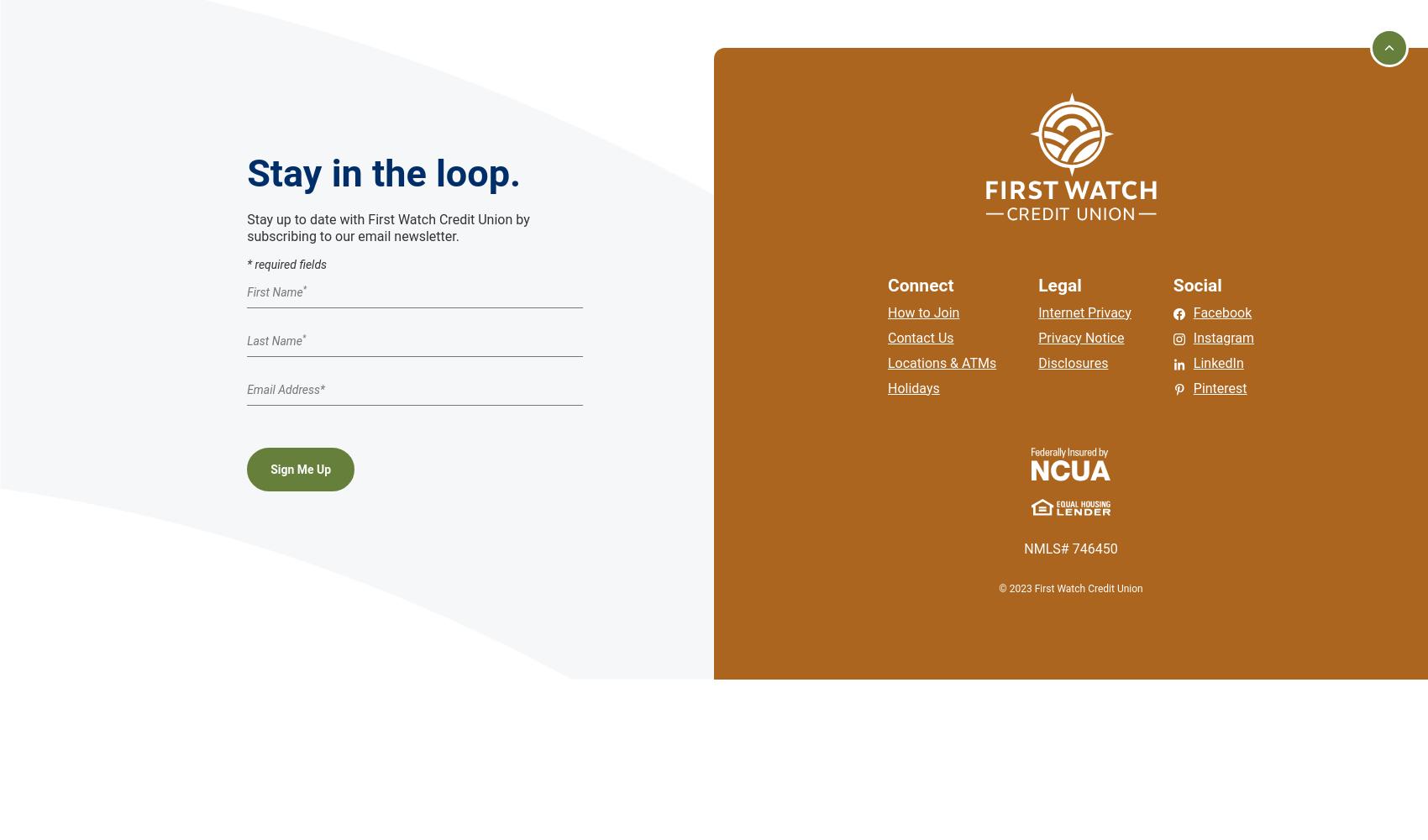 The width and height of the screenshot is (1428, 840). I want to click on 'Legal', so click(1058, 284).